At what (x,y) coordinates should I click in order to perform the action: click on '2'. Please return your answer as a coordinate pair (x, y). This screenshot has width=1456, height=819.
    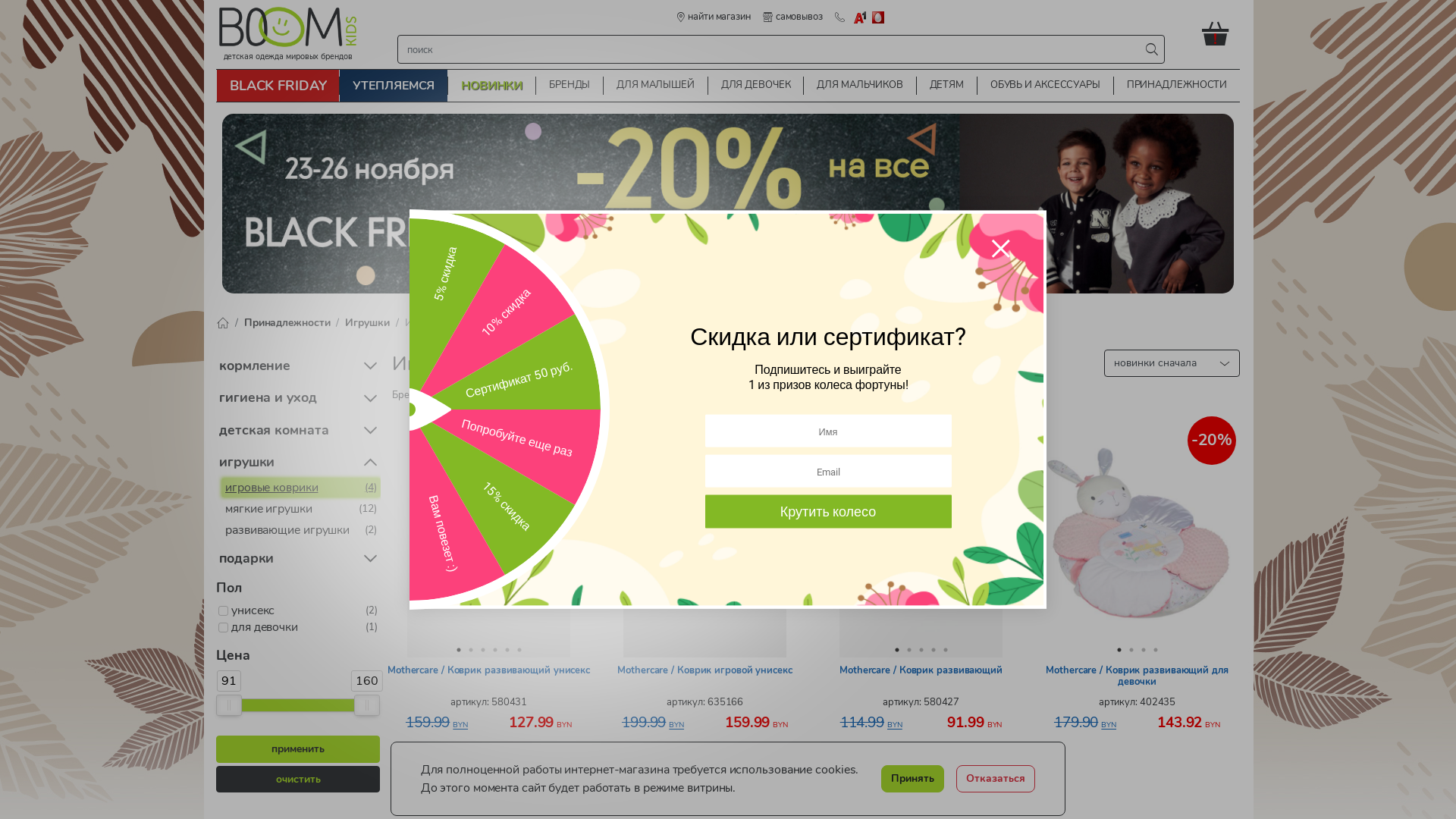
    Looking at the image, I should click on (469, 648).